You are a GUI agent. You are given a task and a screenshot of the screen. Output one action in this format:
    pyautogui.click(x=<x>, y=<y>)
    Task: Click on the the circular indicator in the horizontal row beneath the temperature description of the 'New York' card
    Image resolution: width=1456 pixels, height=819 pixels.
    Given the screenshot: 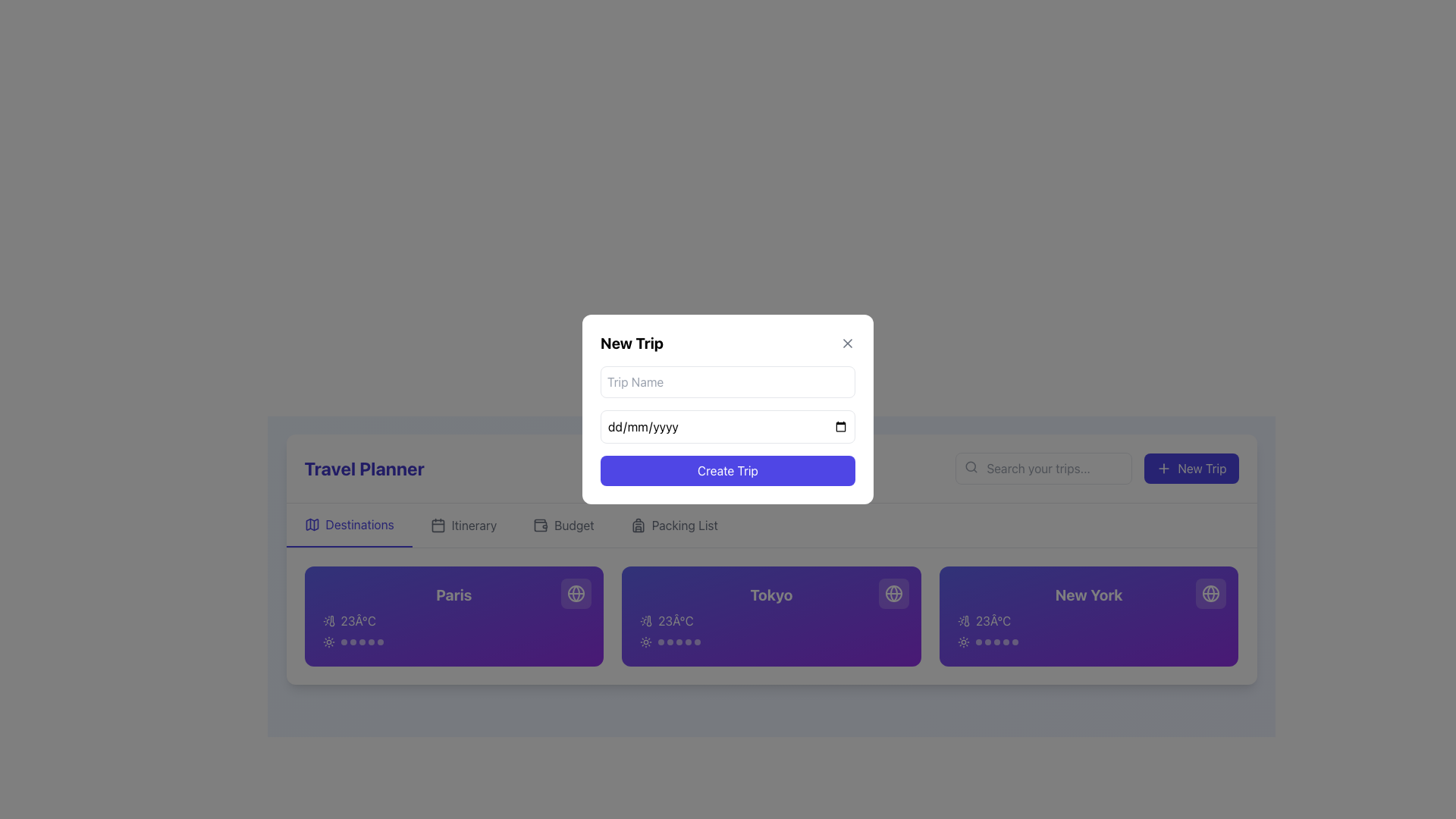 What is the action you would take?
    pyautogui.click(x=996, y=642)
    